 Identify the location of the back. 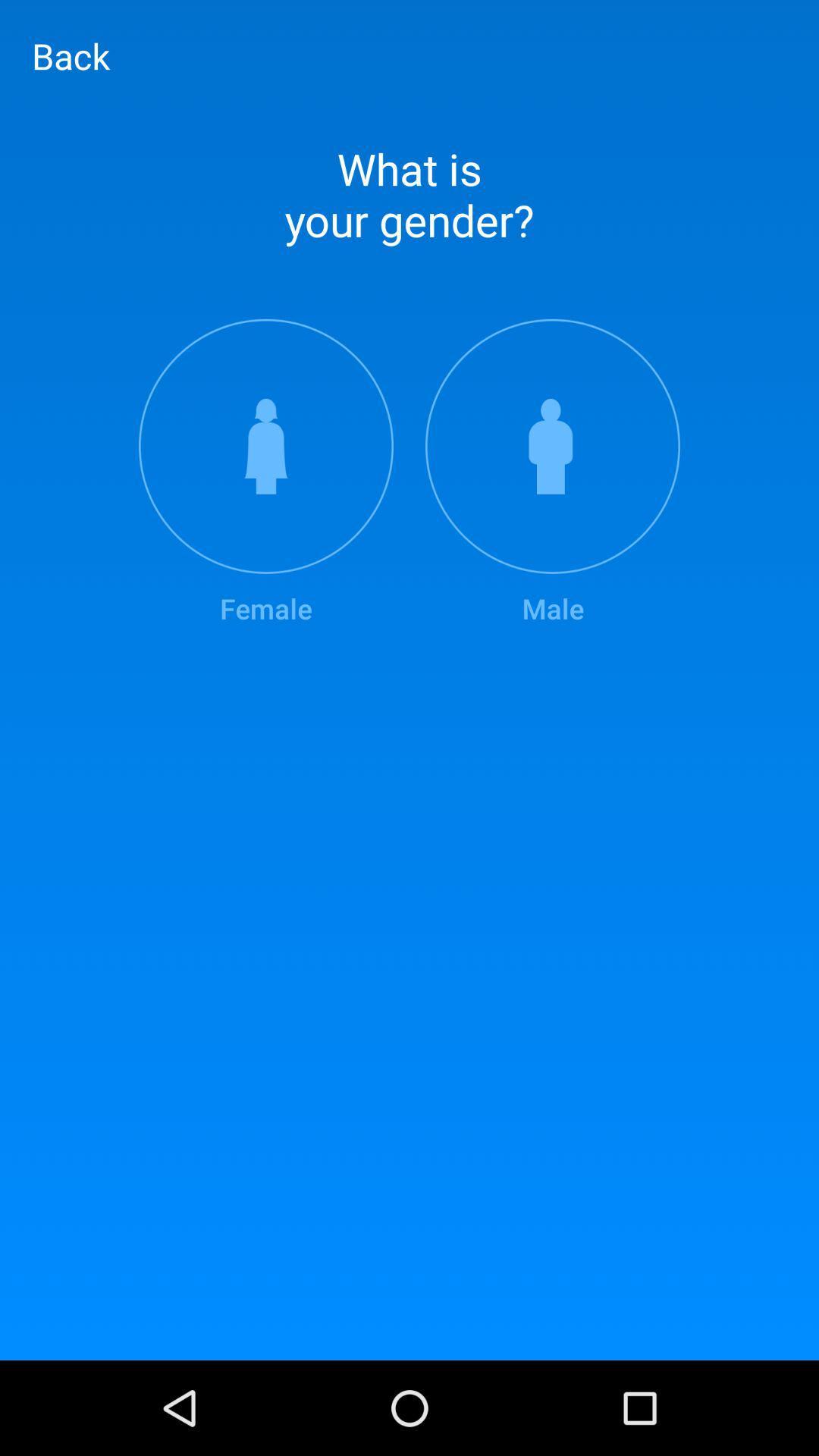
(71, 55).